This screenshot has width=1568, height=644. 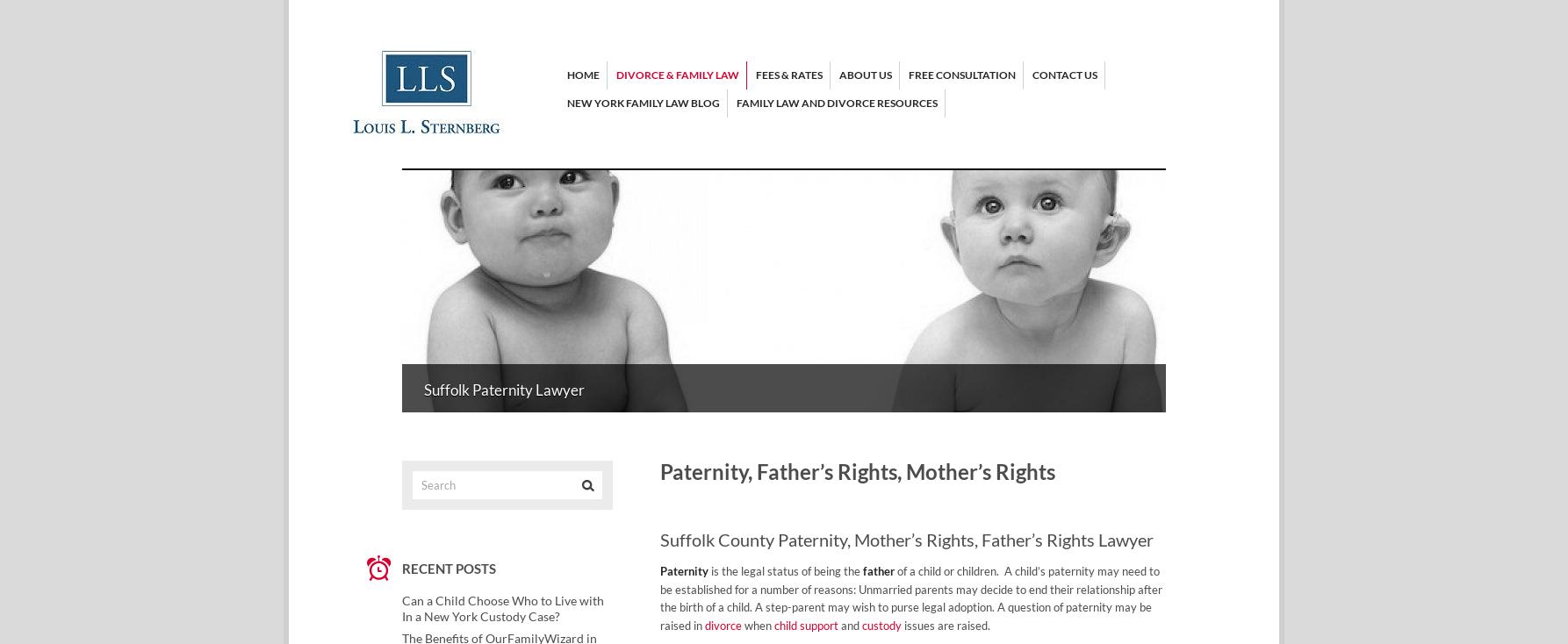 What do you see at coordinates (501, 608) in the screenshot?
I see `'­­­­Can a Child Choose Who to Live with In a New York Custody Case?'` at bounding box center [501, 608].